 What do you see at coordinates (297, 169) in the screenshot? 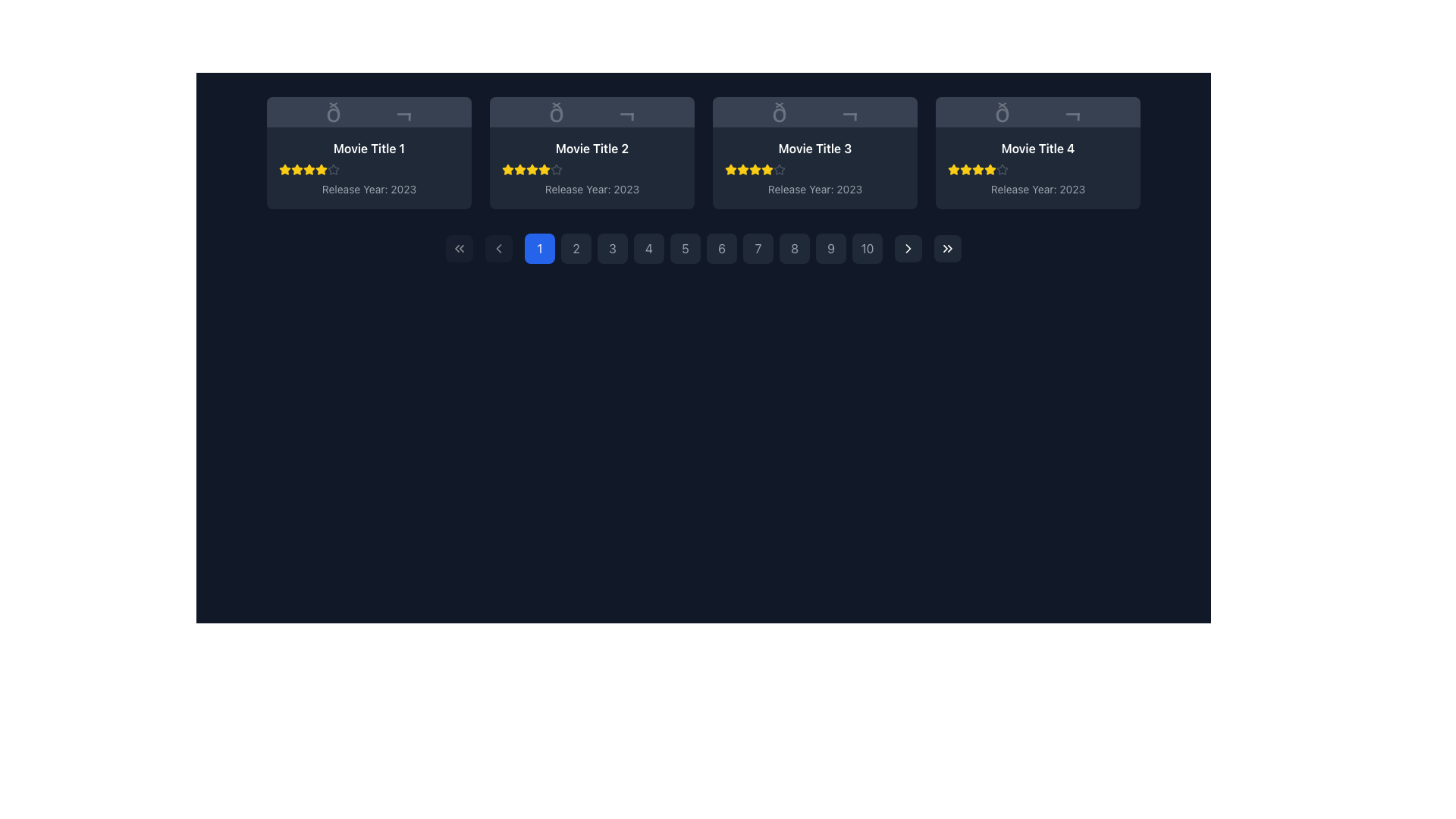
I see `the third yellow star icon in the movie rating system, positioned under 'Movie Title 1' in the first card of the grid layout` at bounding box center [297, 169].